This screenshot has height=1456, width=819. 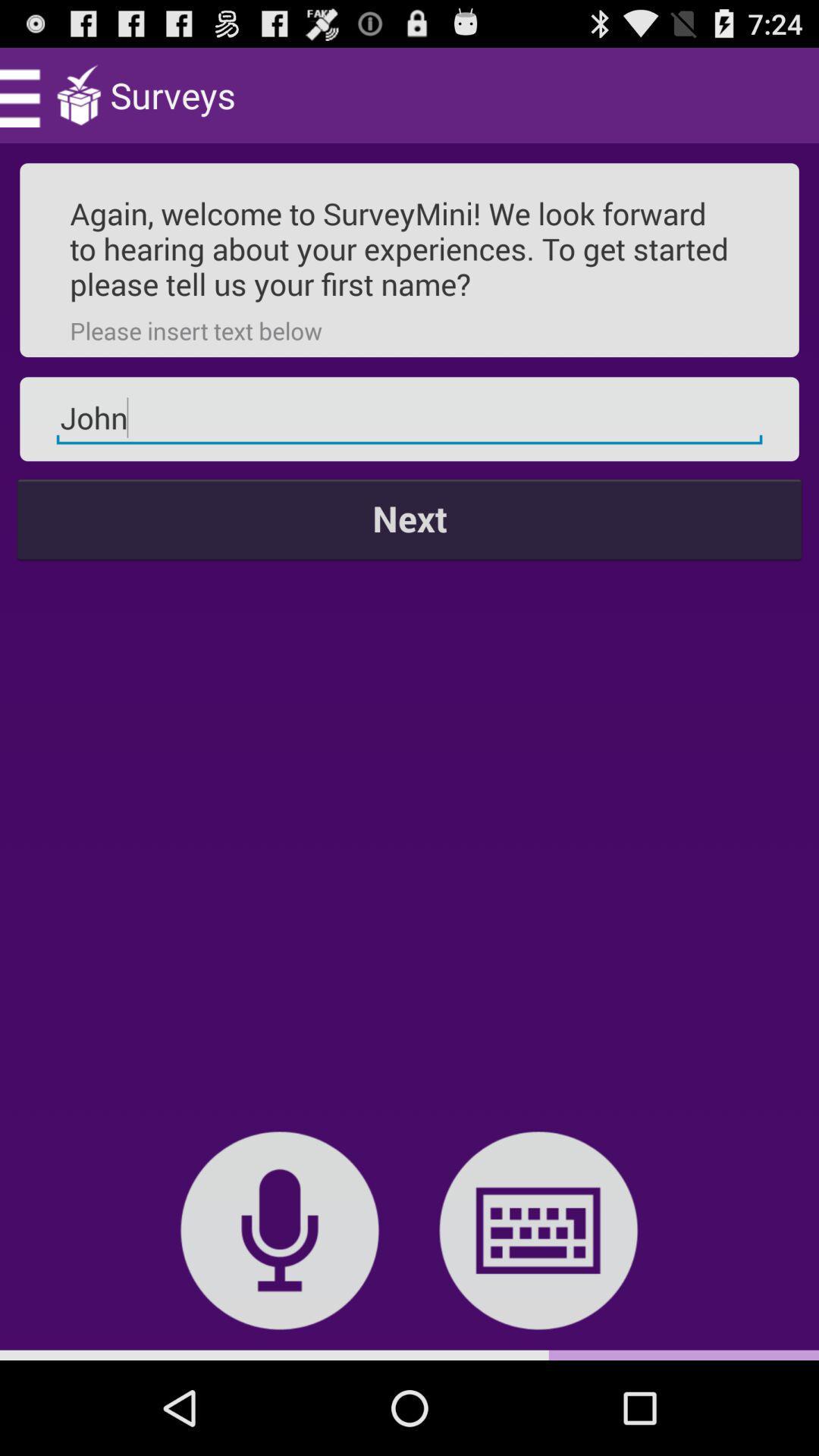 What do you see at coordinates (409, 519) in the screenshot?
I see `icon below john icon` at bounding box center [409, 519].